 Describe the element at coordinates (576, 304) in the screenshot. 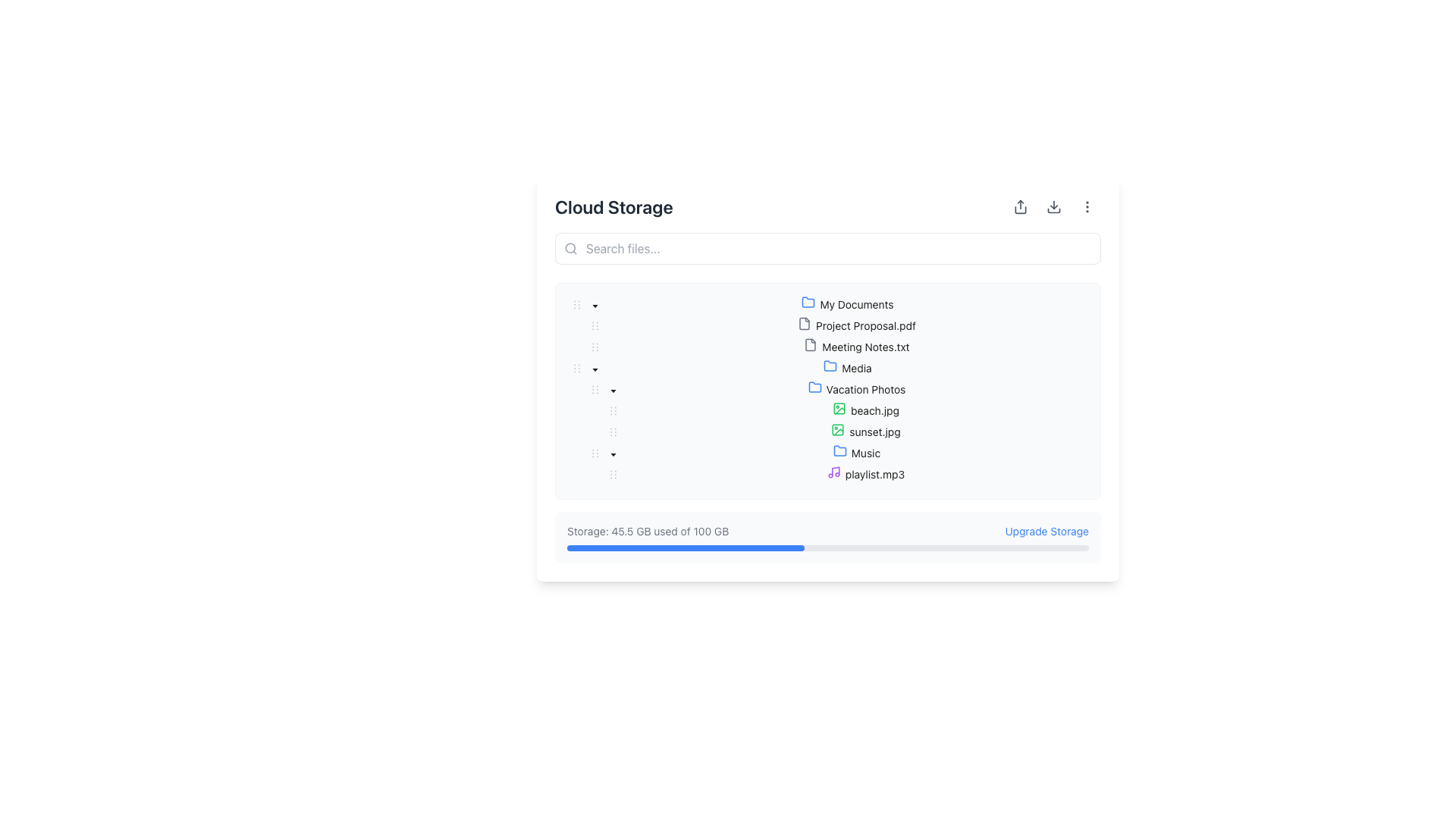

I see `the drag-handle icon located` at that location.